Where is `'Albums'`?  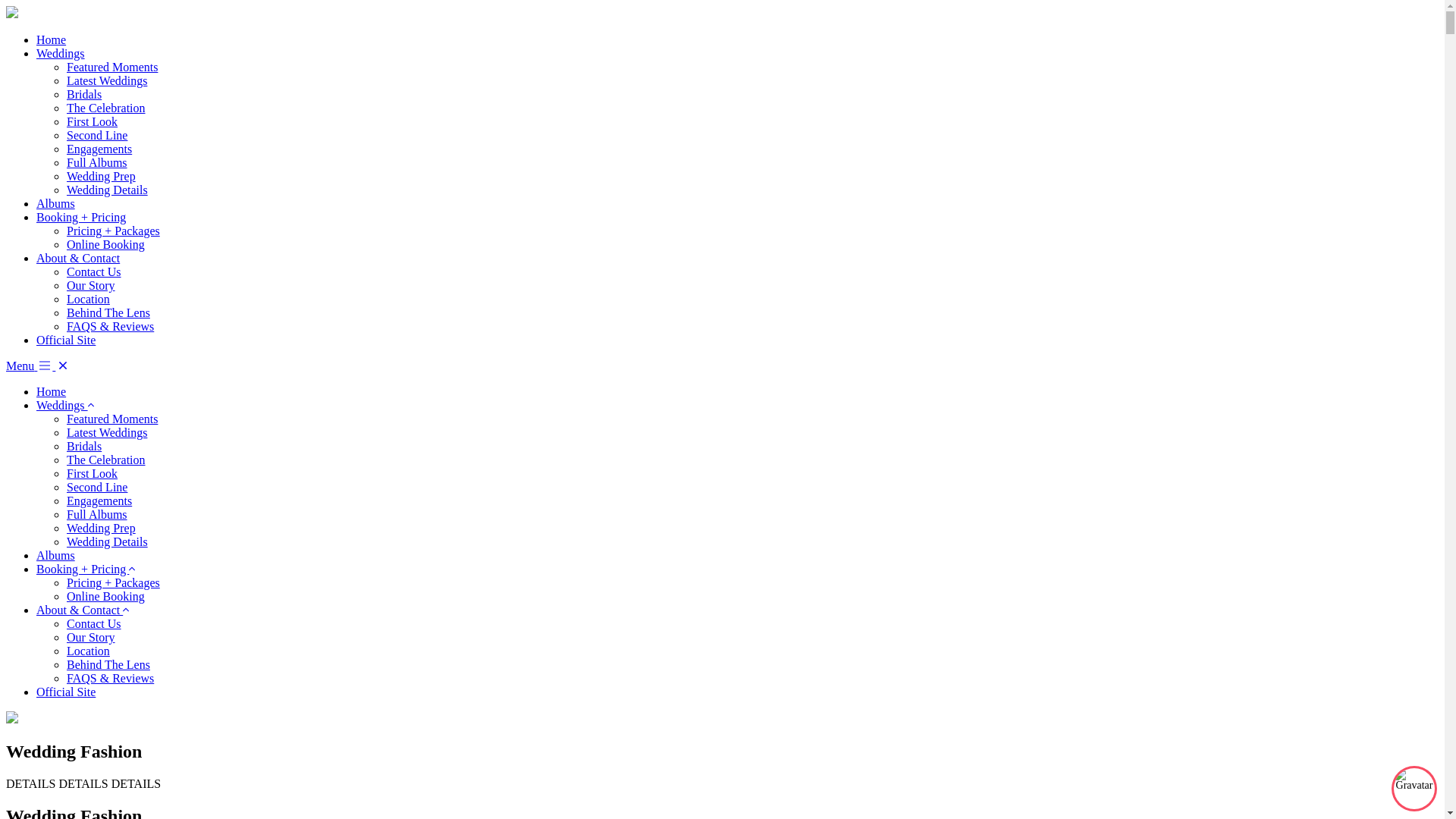 'Albums' is located at coordinates (55, 202).